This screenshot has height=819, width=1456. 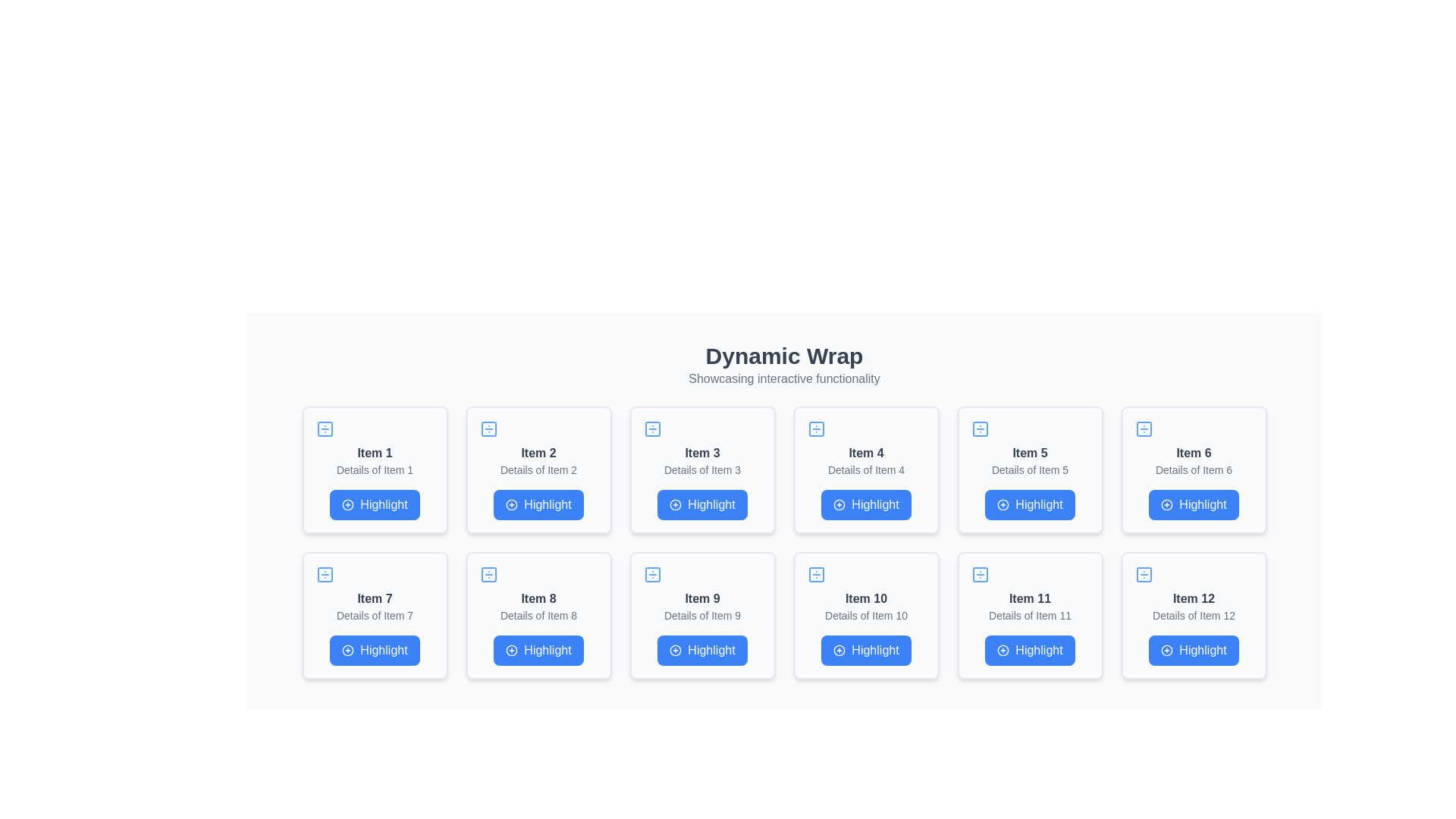 What do you see at coordinates (1144, 429) in the screenshot?
I see `the decorative visual component within the SVG icon located in the top-right corner of the card labeled 'Item 6'` at bounding box center [1144, 429].